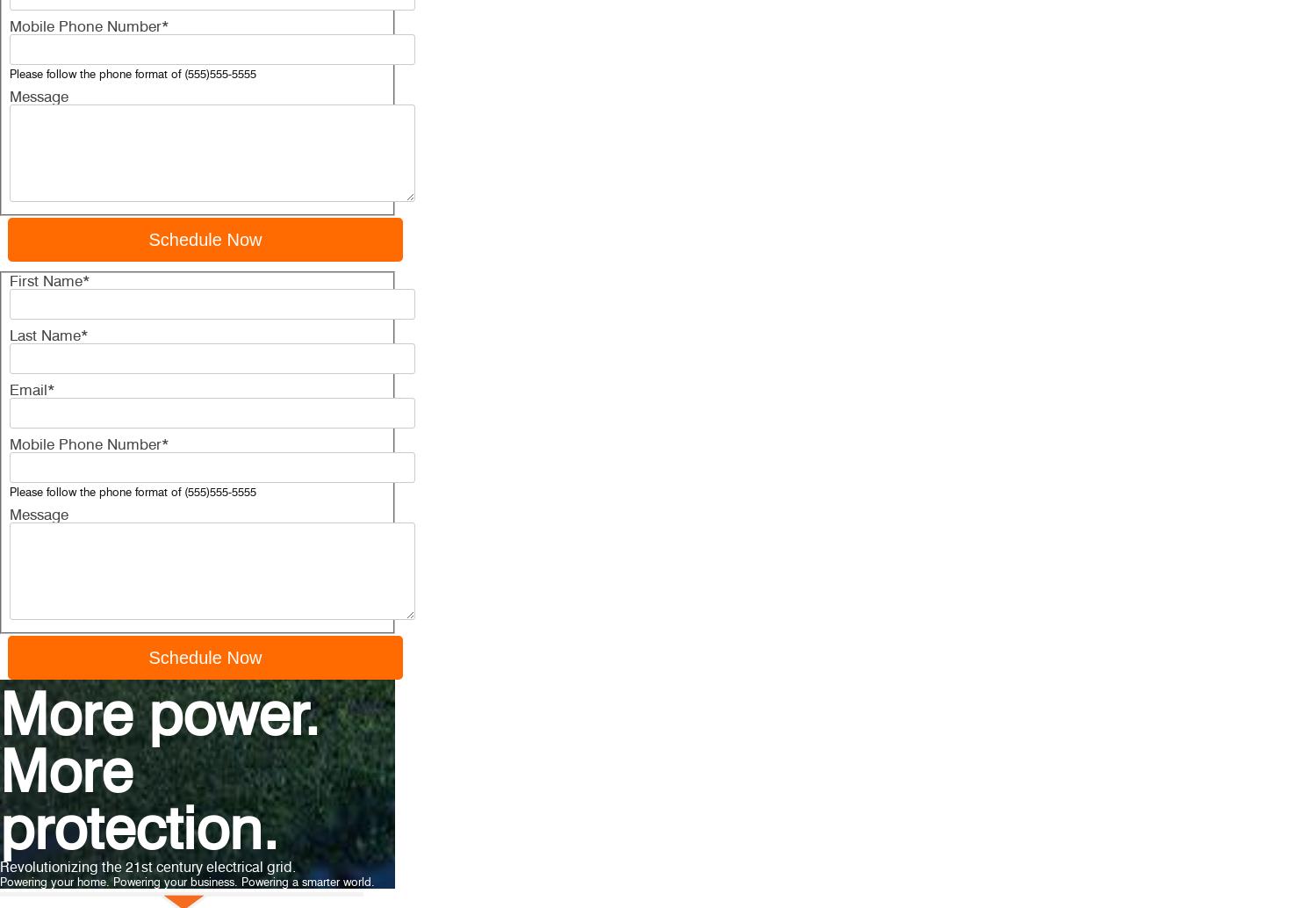  Describe the element at coordinates (45, 280) in the screenshot. I see `'First Name'` at that location.